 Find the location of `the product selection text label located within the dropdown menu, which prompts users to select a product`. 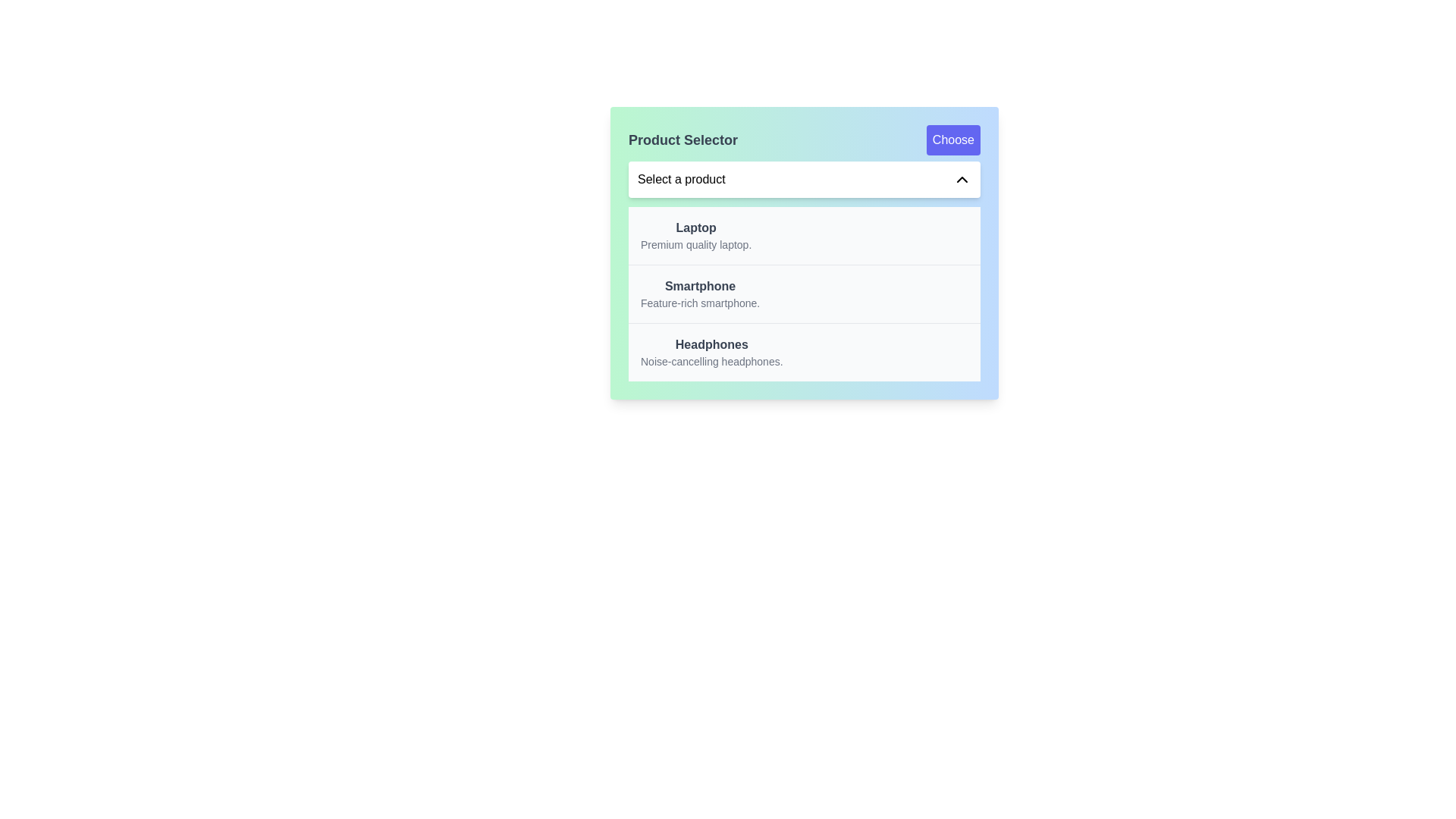

the product selection text label located within the dropdown menu, which prompts users to select a product is located at coordinates (680, 178).